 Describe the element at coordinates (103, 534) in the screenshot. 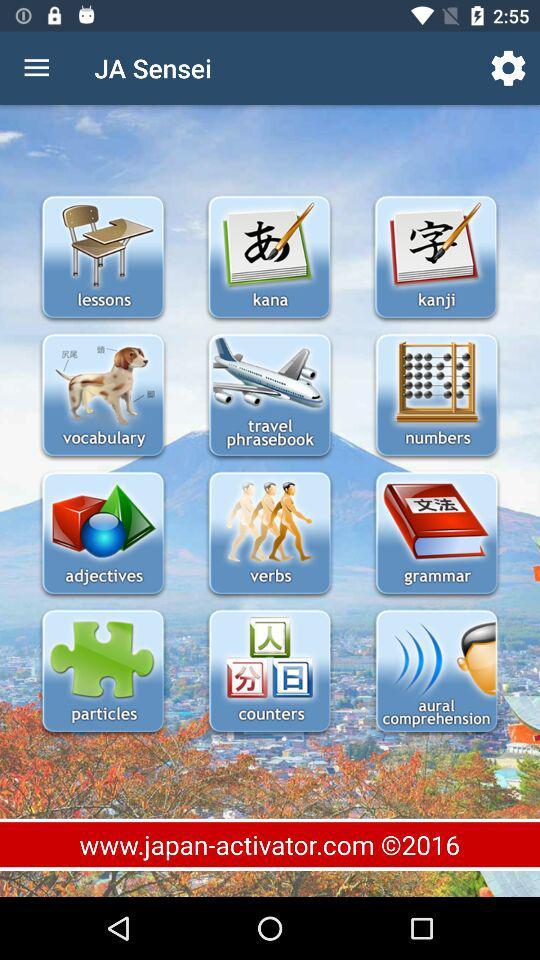

I see `open adjectives` at that location.